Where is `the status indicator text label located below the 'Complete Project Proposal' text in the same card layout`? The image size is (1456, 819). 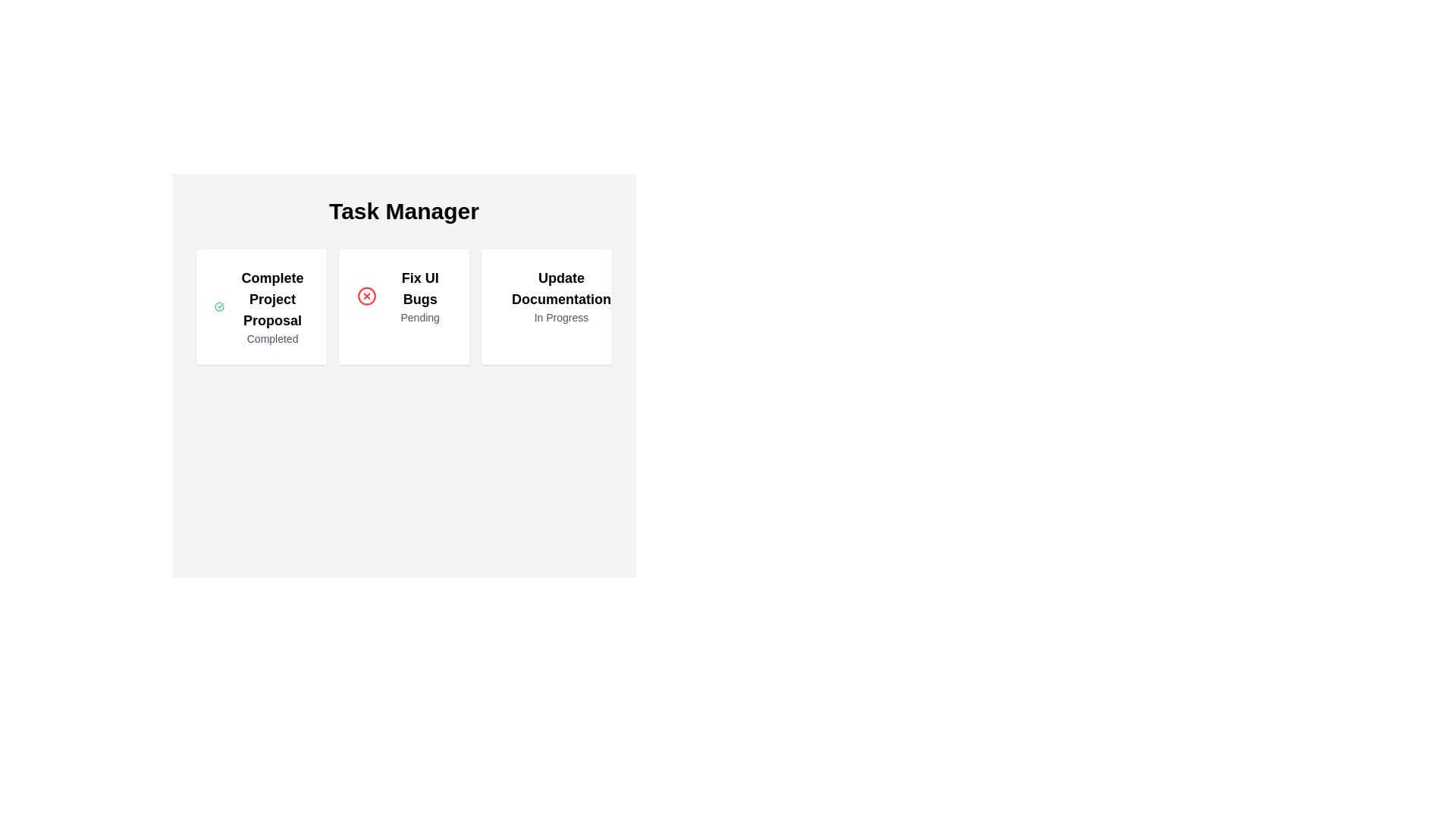 the status indicator text label located below the 'Complete Project Proposal' text in the same card layout is located at coordinates (272, 338).